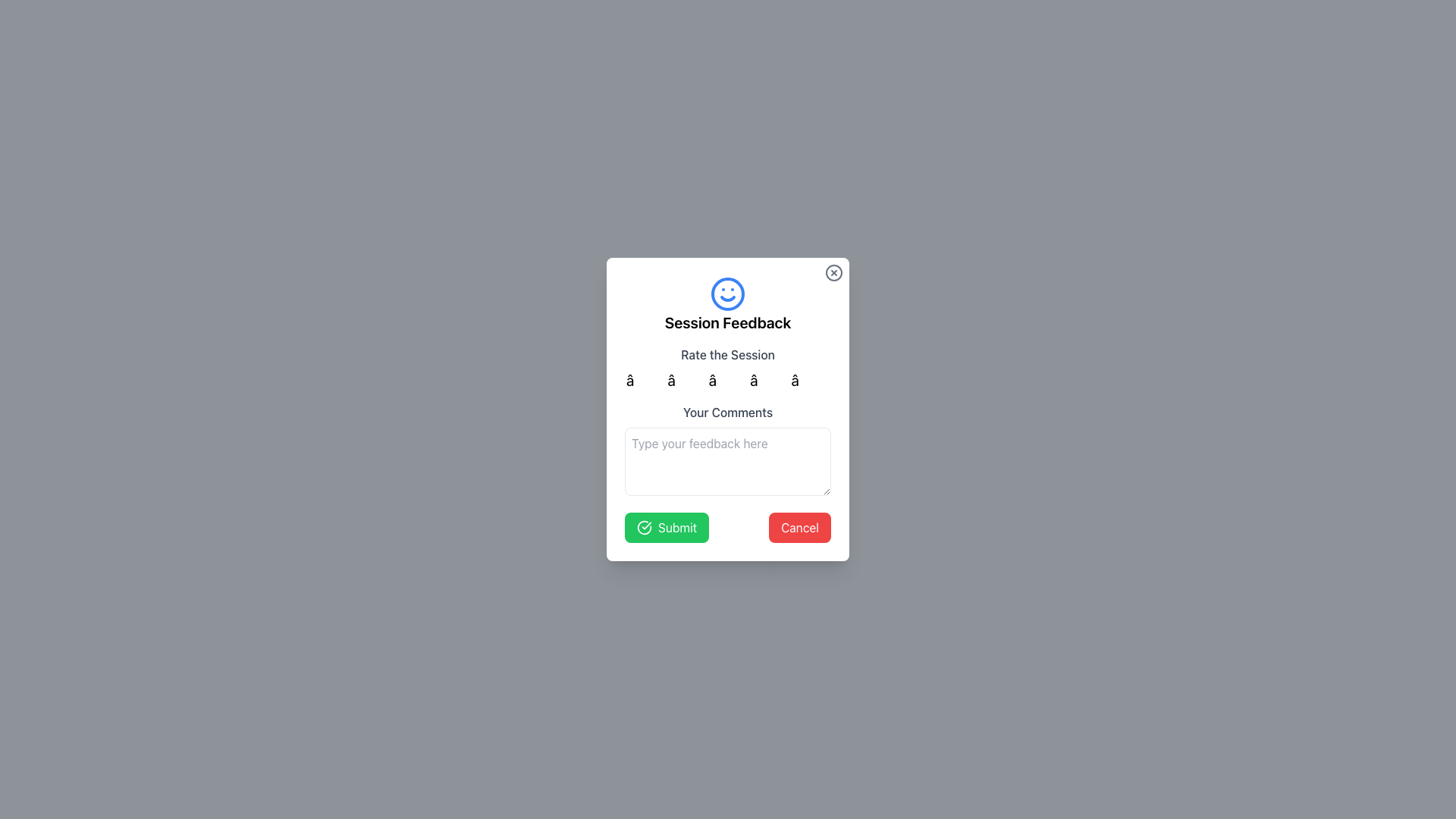 The height and width of the screenshot is (819, 1456). What do you see at coordinates (644, 526) in the screenshot?
I see `the success icon located to the left of the 'Submit' button at the bottom center of the card` at bounding box center [644, 526].